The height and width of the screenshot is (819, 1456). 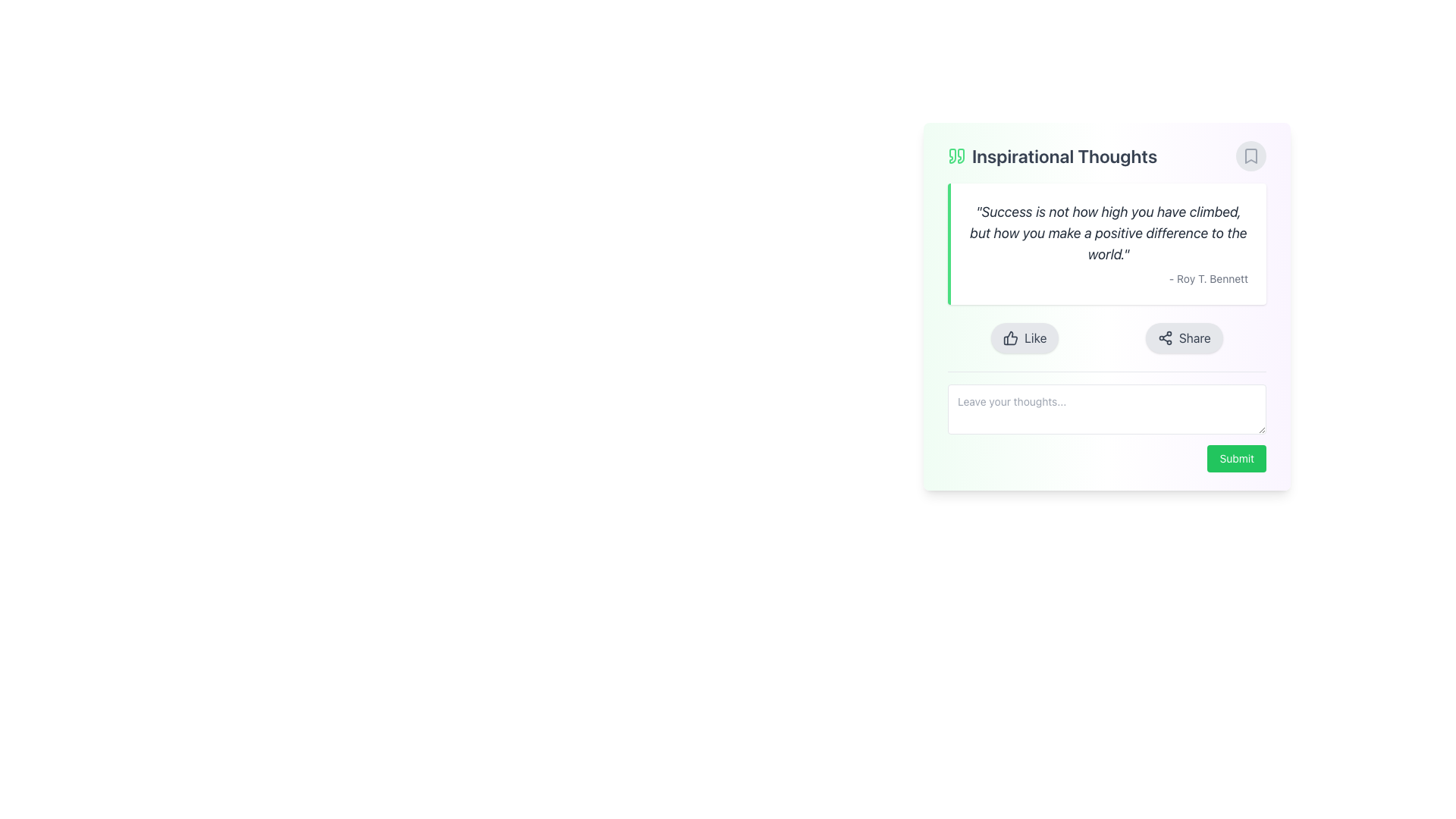 What do you see at coordinates (1237, 458) in the screenshot?
I see `the 'Submit' button` at bounding box center [1237, 458].